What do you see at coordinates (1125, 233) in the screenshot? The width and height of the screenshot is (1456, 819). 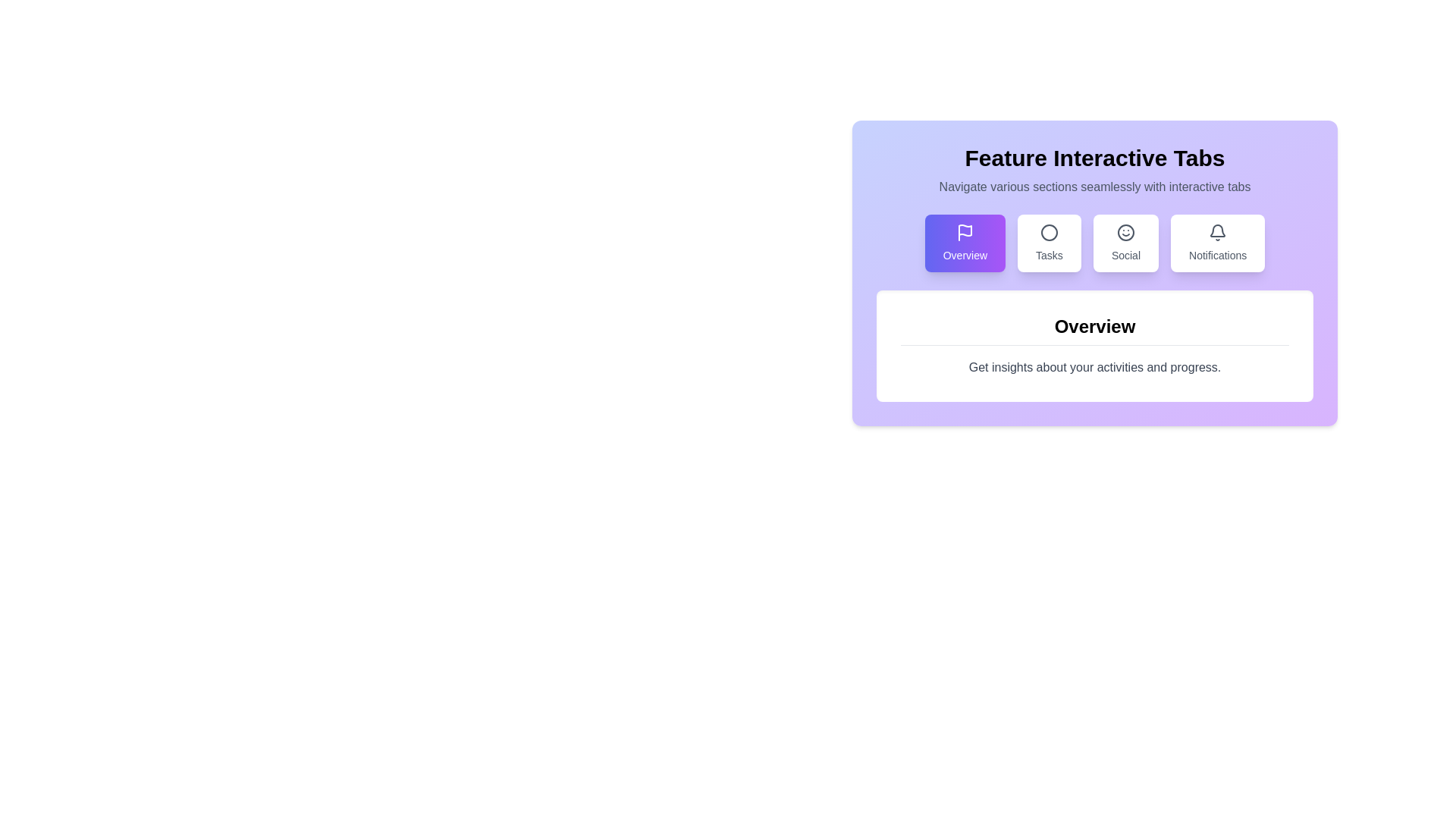 I see `the smiley face icon located in the 'Social' tab` at bounding box center [1125, 233].